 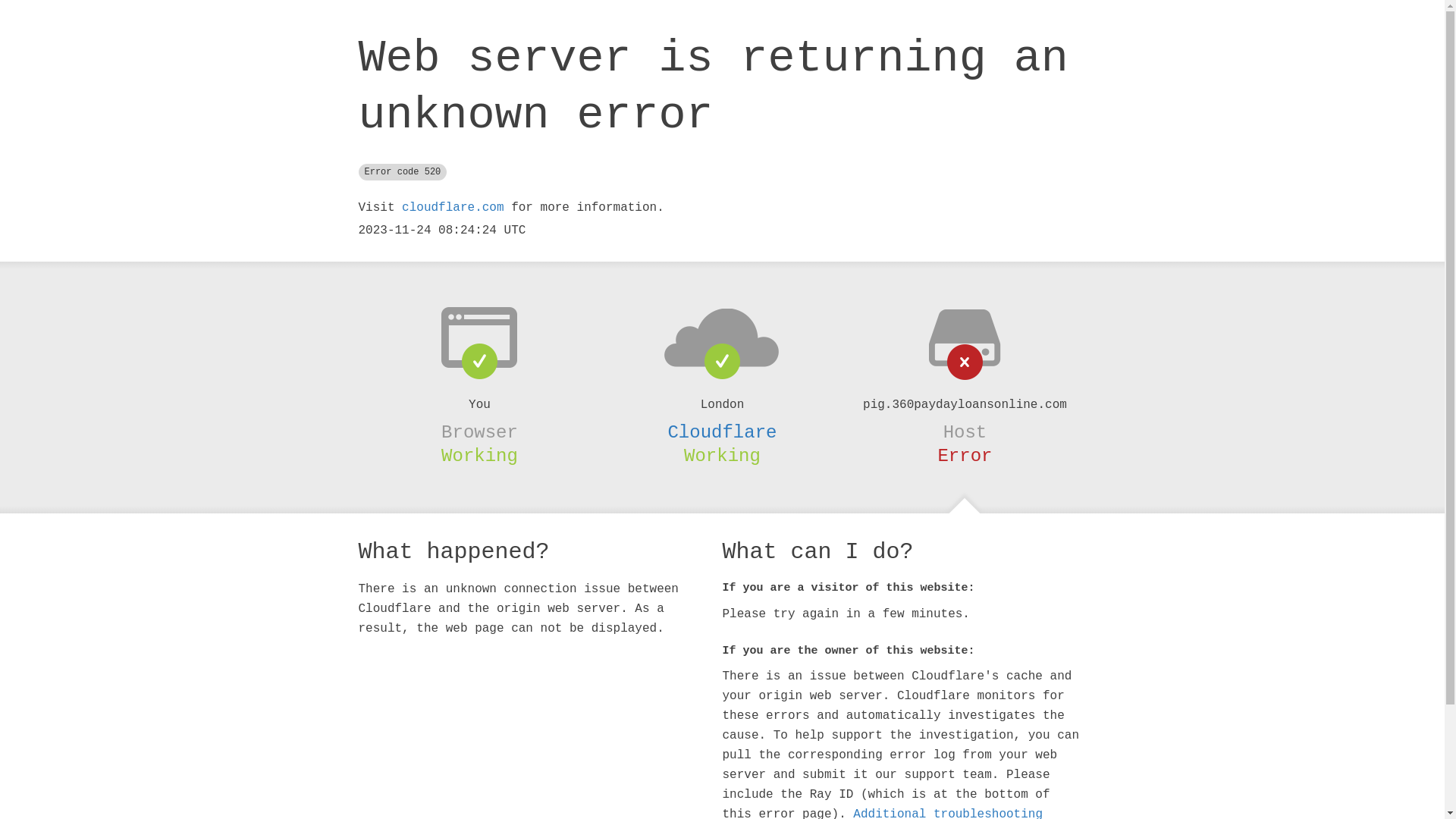 I want to click on 'cloudflare.com', so click(x=451, y=207).